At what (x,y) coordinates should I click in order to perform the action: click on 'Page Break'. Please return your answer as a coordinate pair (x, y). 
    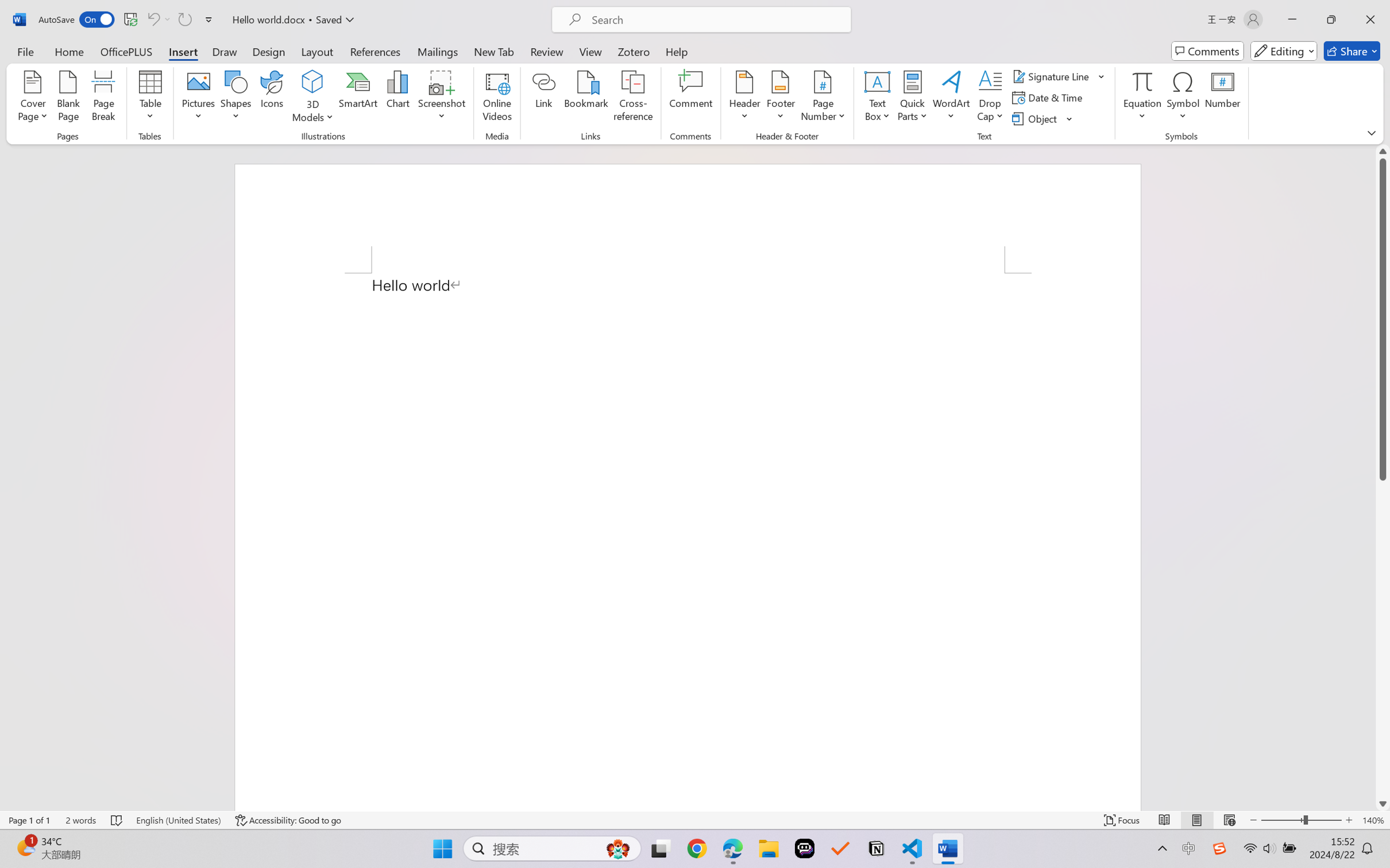
    Looking at the image, I should click on (103, 98).